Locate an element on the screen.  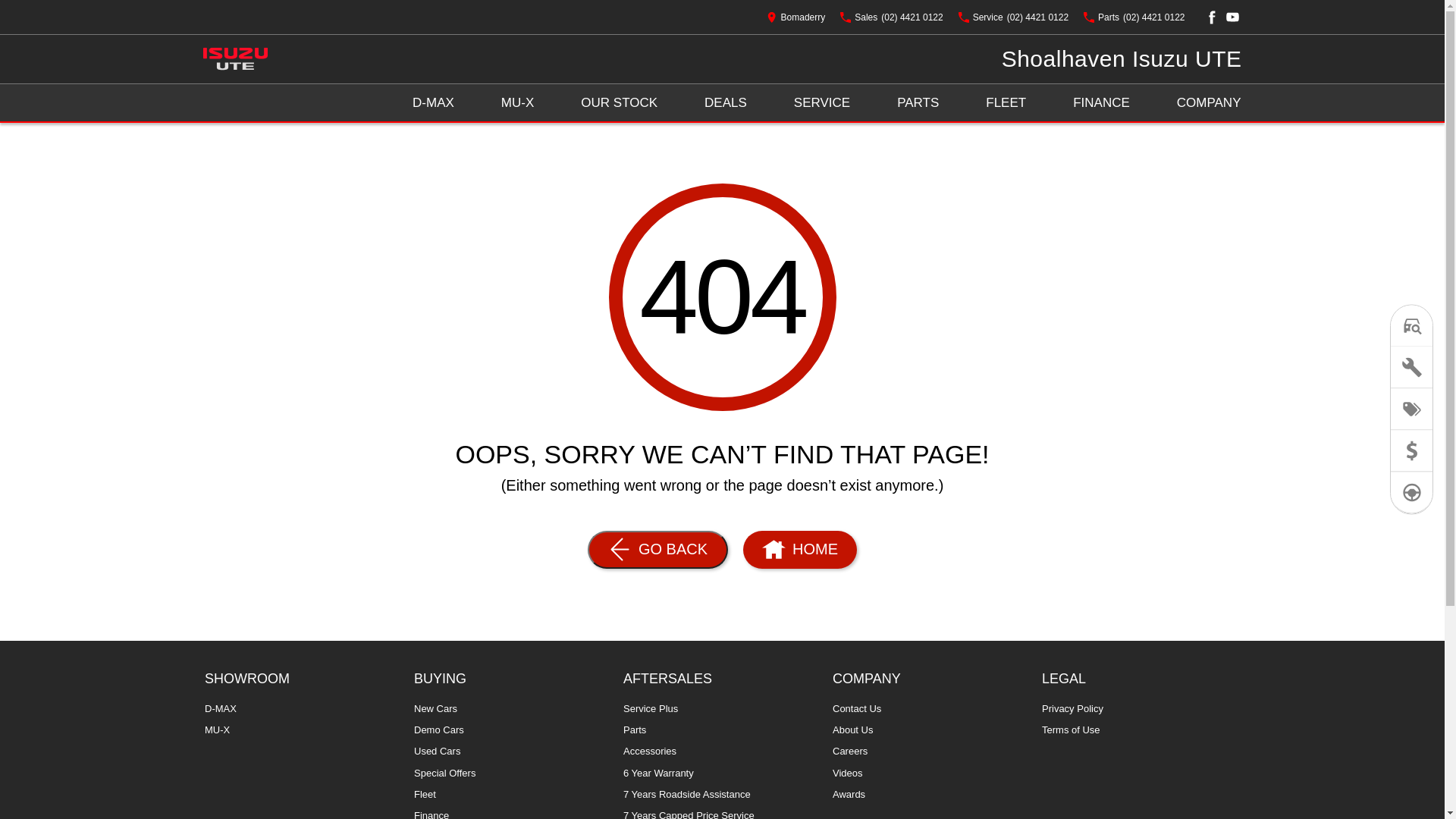
'Used Cars' is located at coordinates (436, 755).